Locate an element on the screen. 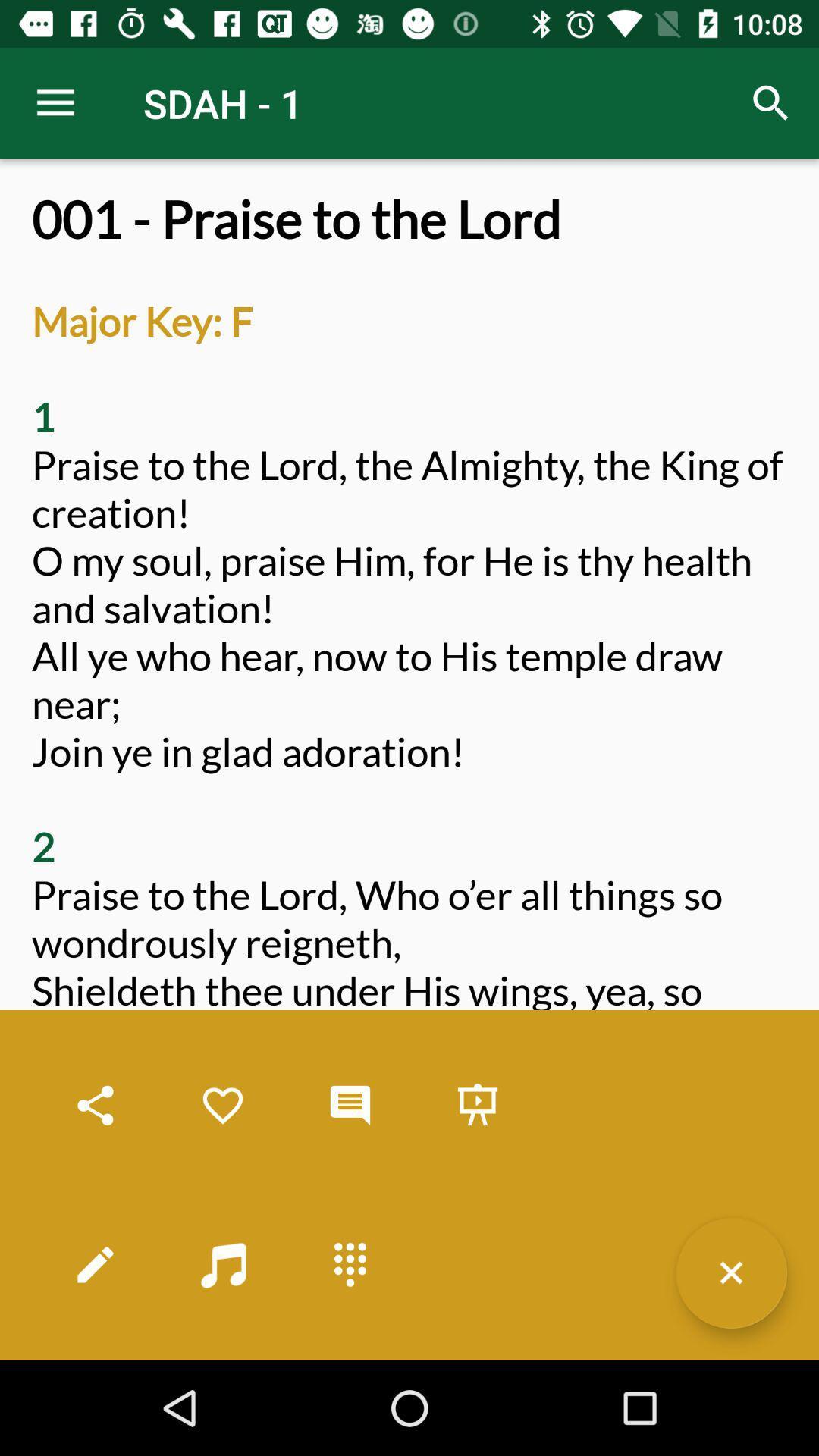 This screenshot has width=819, height=1456. the dialpad icon is located at coordinates (350, 1264).